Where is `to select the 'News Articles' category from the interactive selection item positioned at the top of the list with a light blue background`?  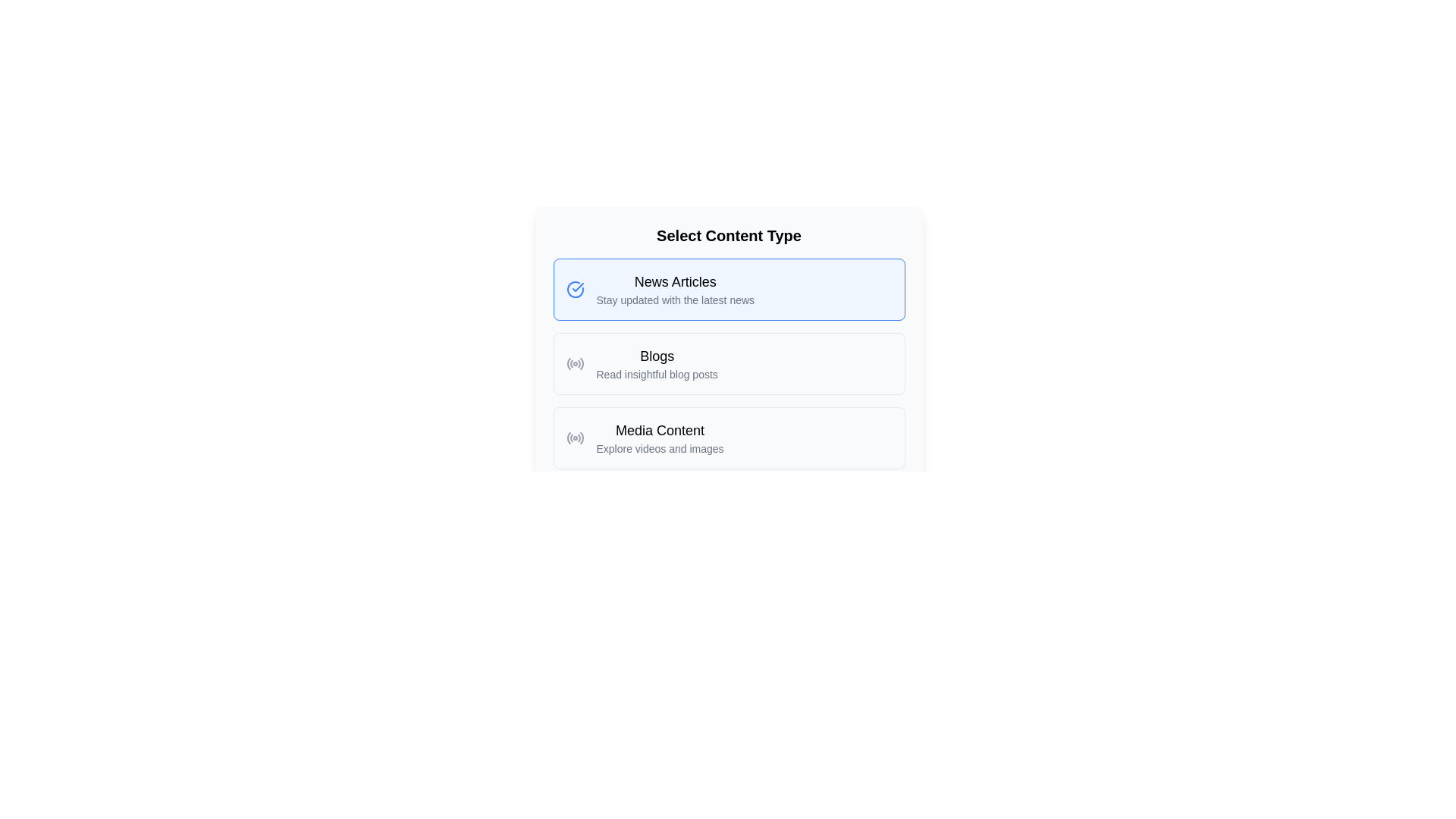
to select the 'News Articles' category from the interactive selection item positioned at the top of the list with a light blue background is located at coordinates (660, 289).